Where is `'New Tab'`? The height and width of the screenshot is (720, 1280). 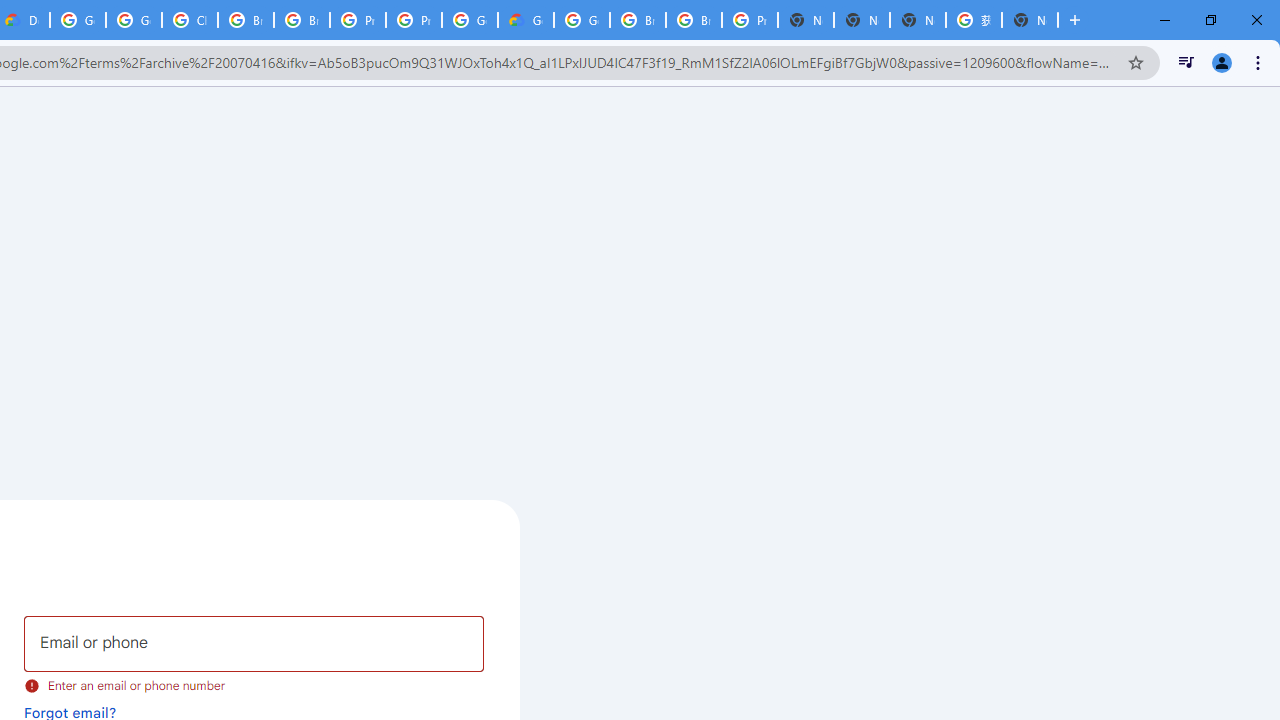
'New Tab' is located at coordinates (1030, 20).